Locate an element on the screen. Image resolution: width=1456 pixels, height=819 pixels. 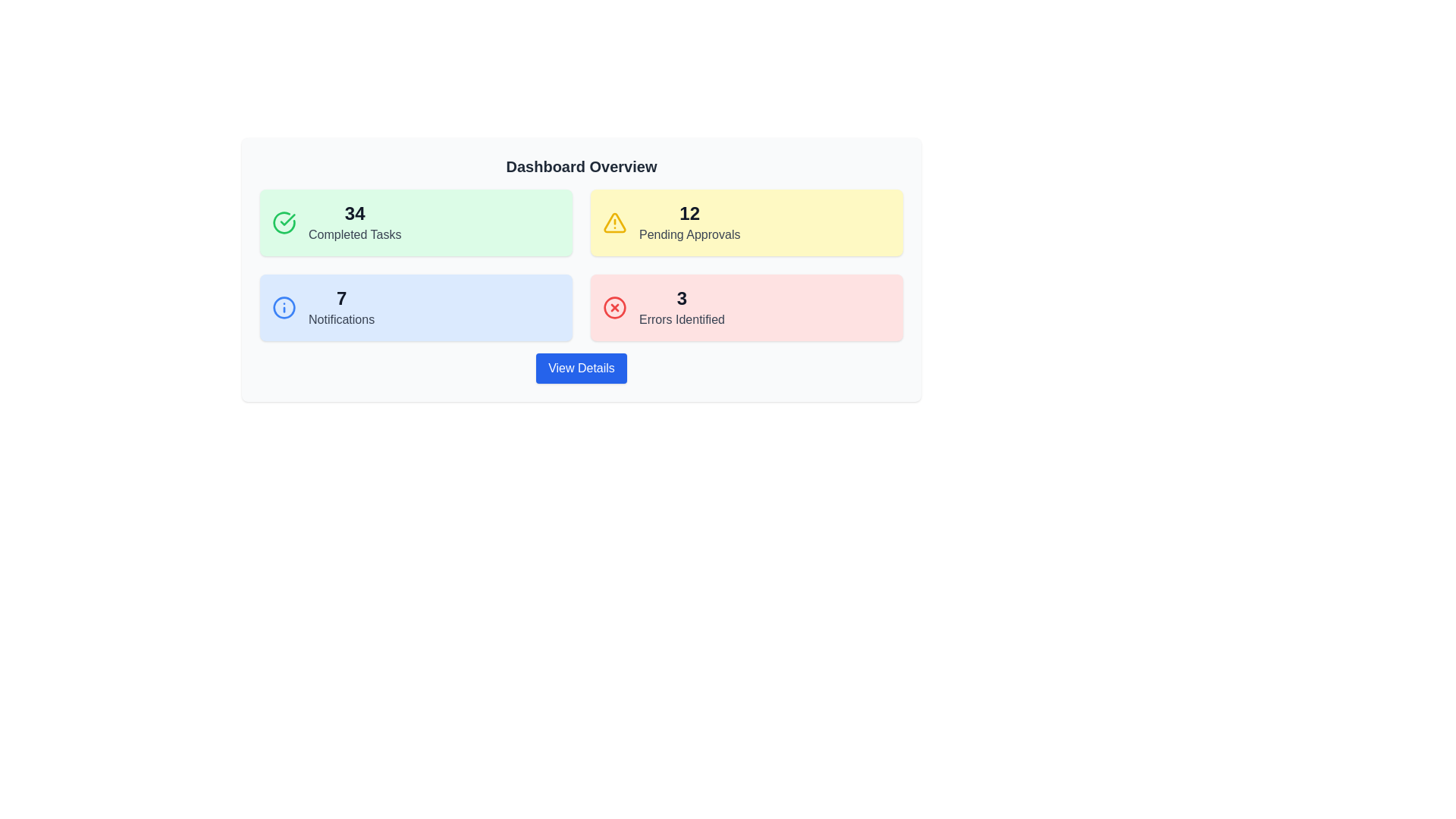
the Informational card with a green background that displays '34 Completed Tasks', located in the top-left position of the grid layout is located at coordinates (416, 222).